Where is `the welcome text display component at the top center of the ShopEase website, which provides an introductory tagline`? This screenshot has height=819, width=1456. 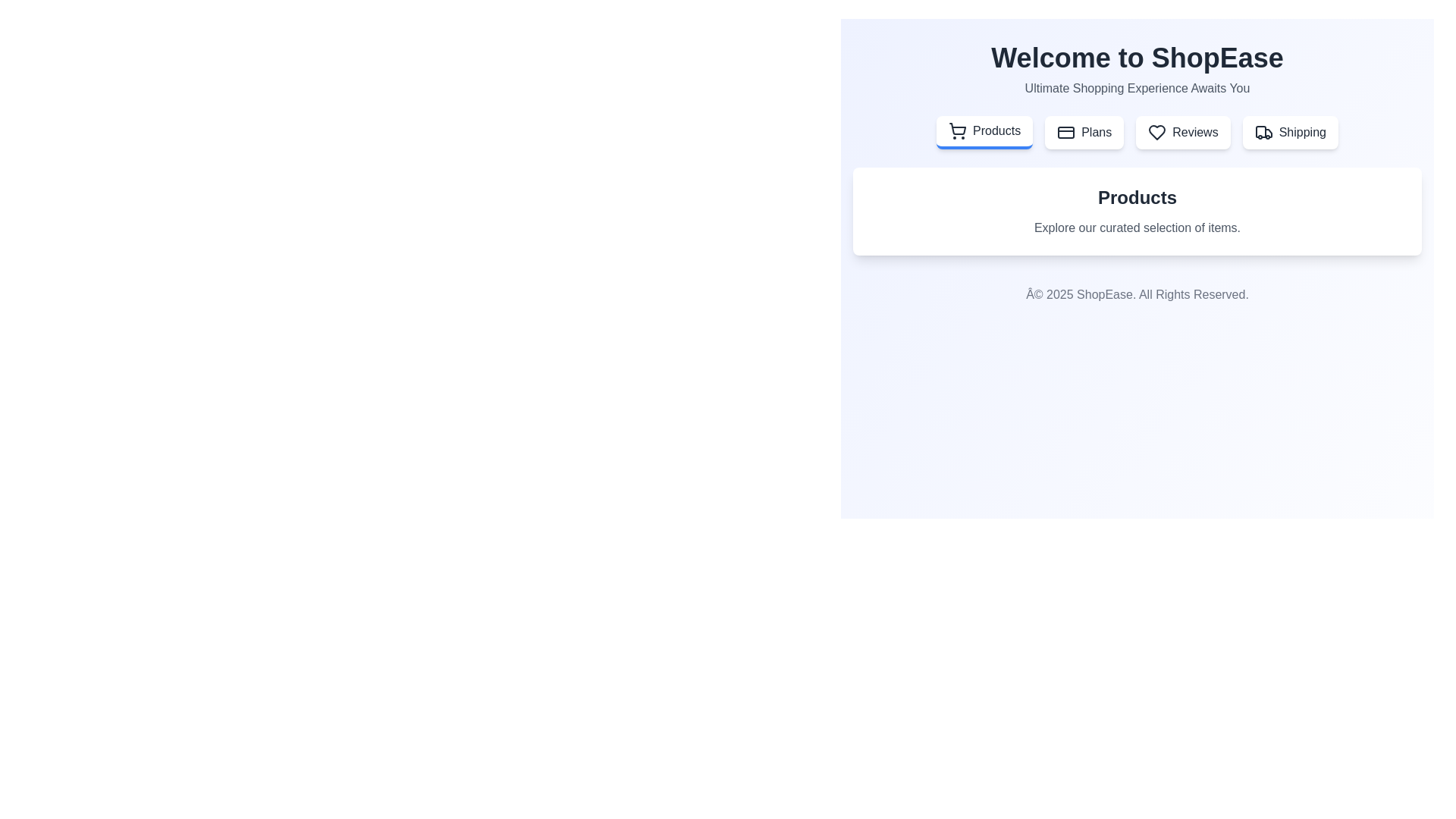 the welcome text display component at the top center of the ShopEase website, which provides an introductory tagline is located at coordinates (1137, 70).